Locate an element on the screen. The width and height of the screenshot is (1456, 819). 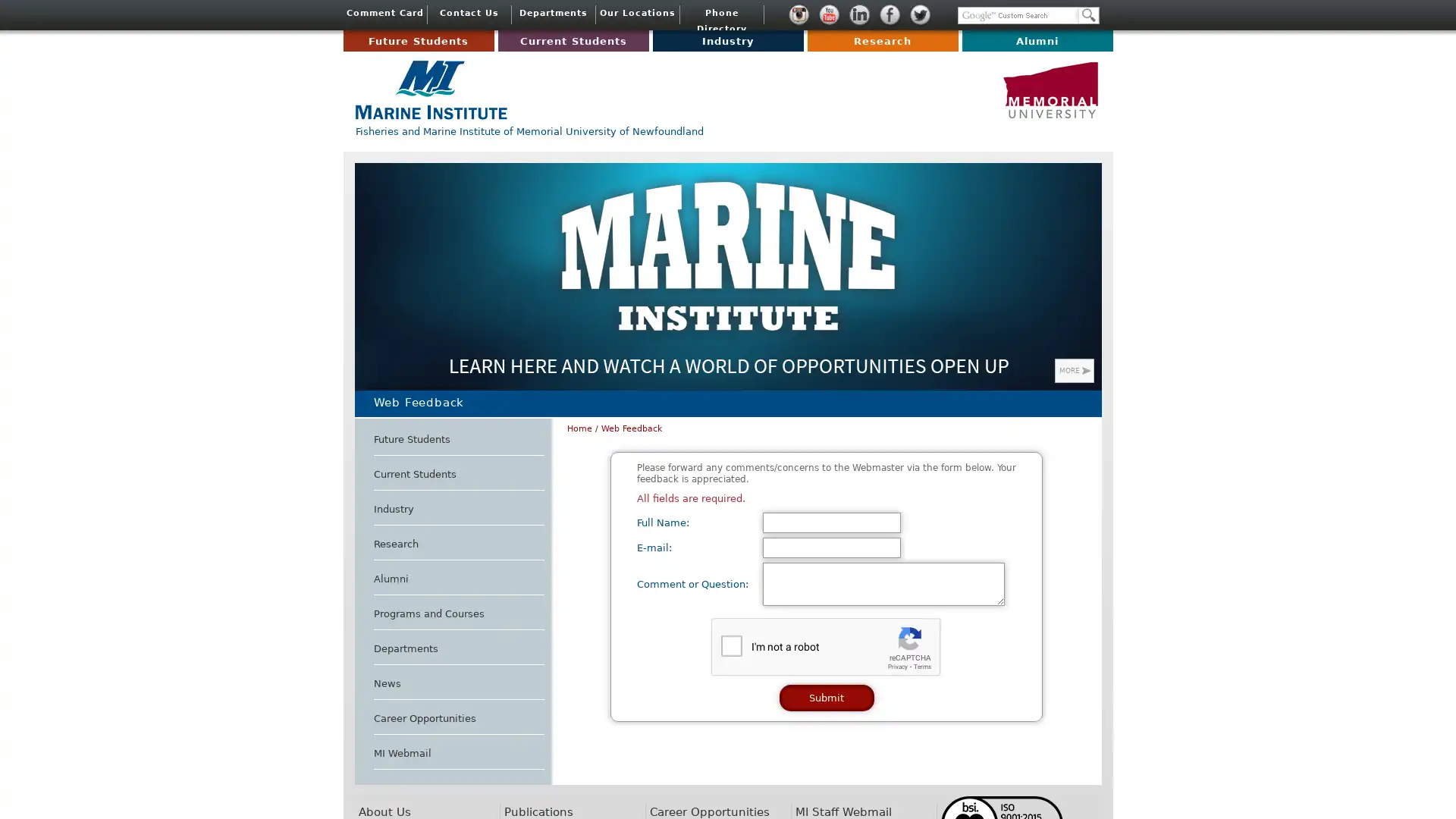
Submit is located at coordinates (825, 698).